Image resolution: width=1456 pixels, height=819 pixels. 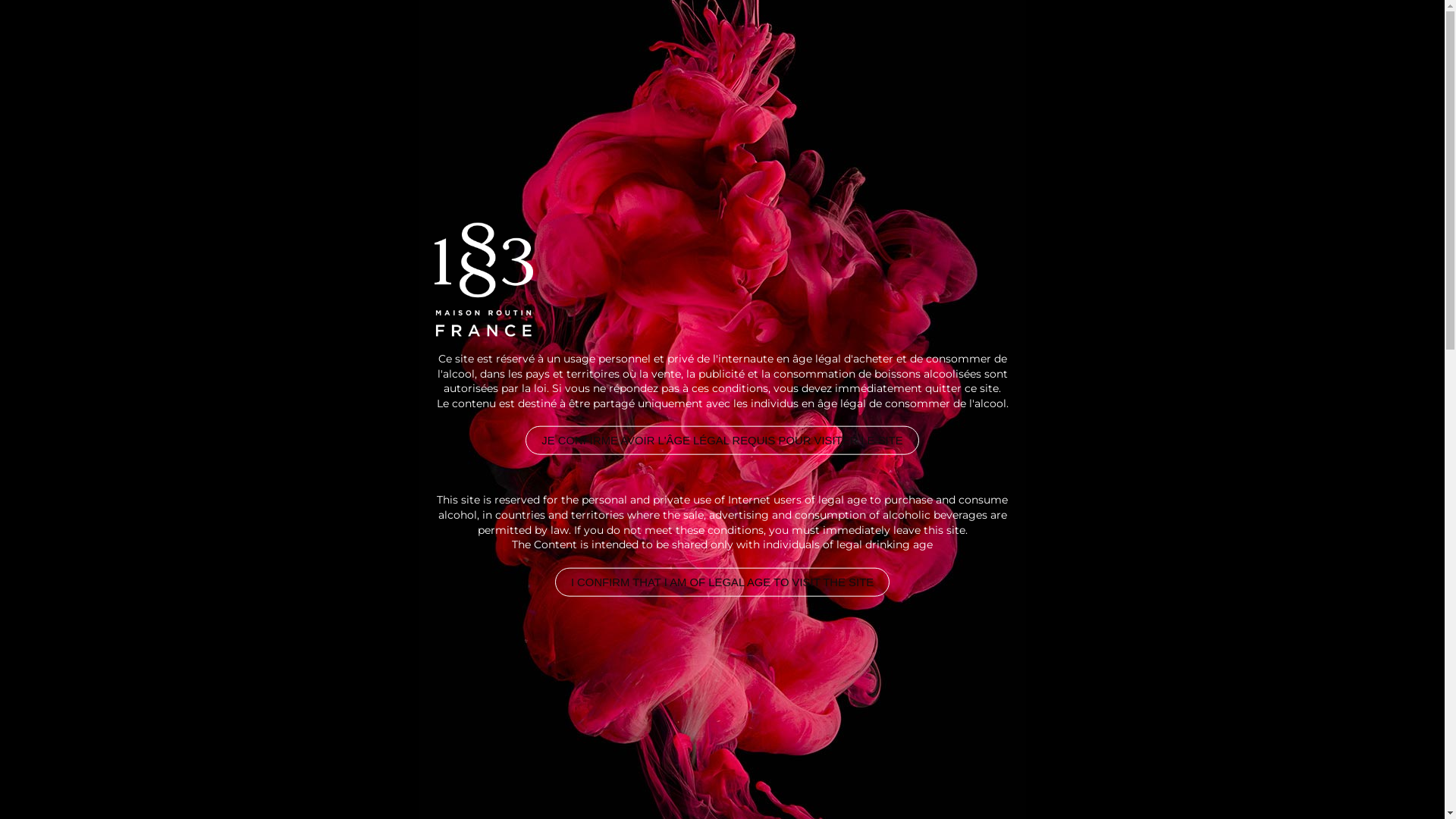 I want to click on 'MAISON ROUTIN', so click(x=1057, y=61).